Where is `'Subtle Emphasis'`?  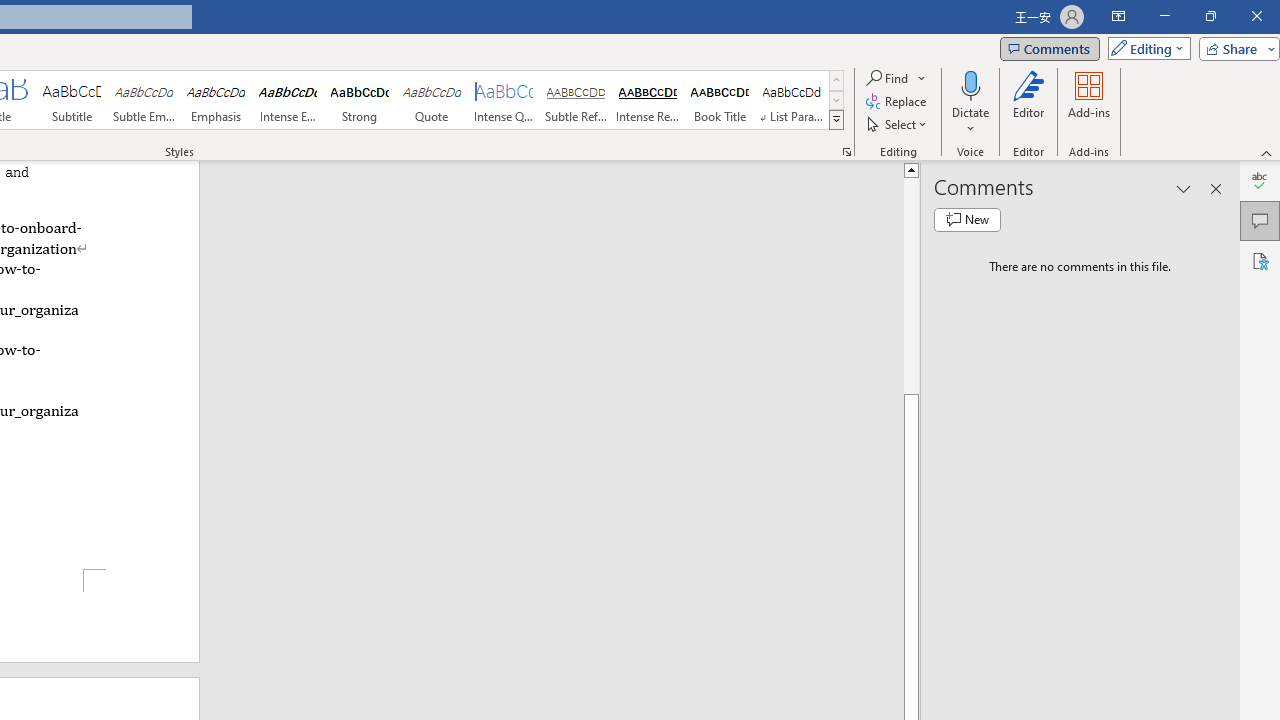
'Subtle Emphasis' is located at coordinates (143, 100).